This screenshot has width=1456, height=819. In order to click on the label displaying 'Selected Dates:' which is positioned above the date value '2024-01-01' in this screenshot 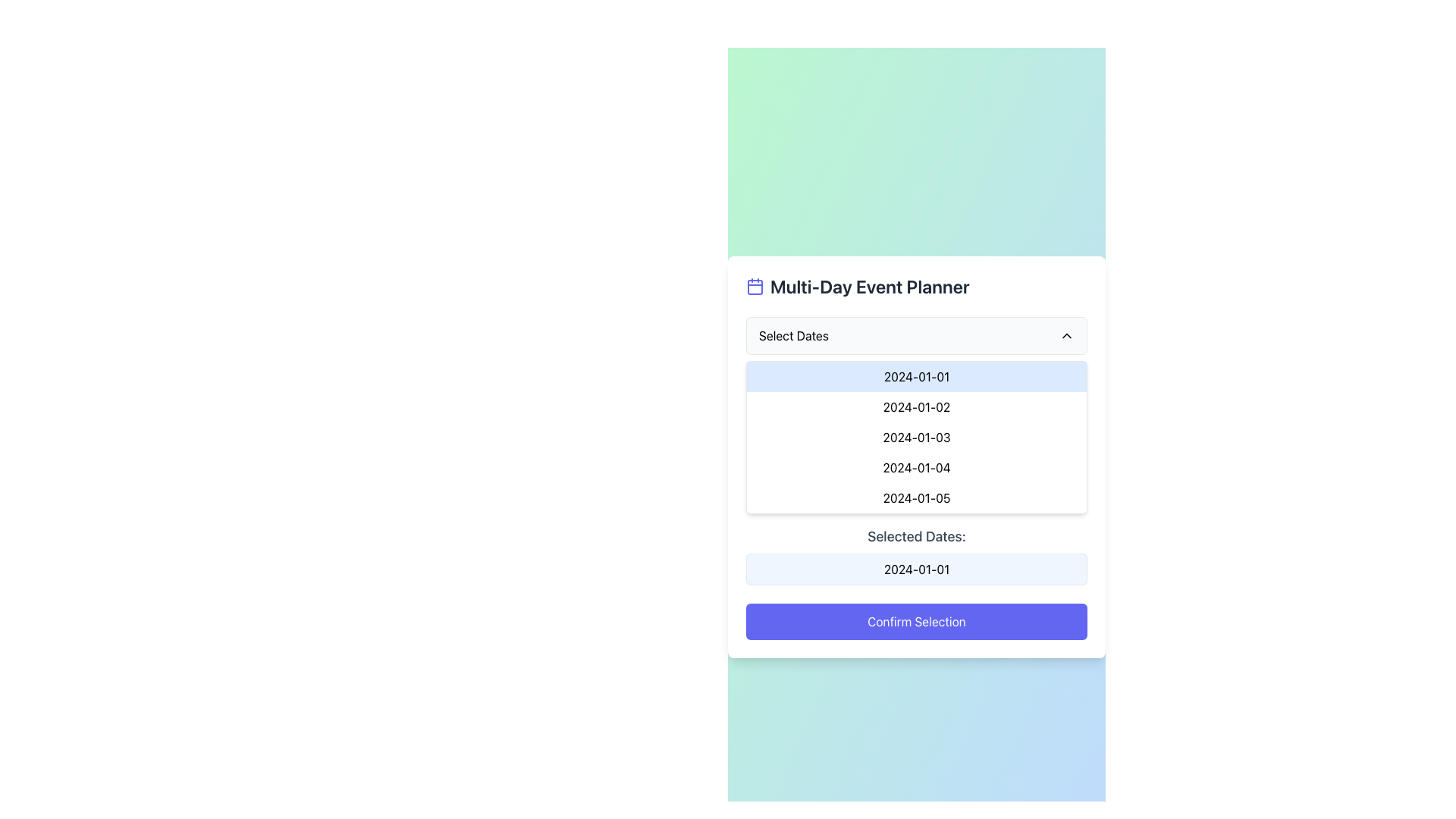, I will do `click(916, 536)`.